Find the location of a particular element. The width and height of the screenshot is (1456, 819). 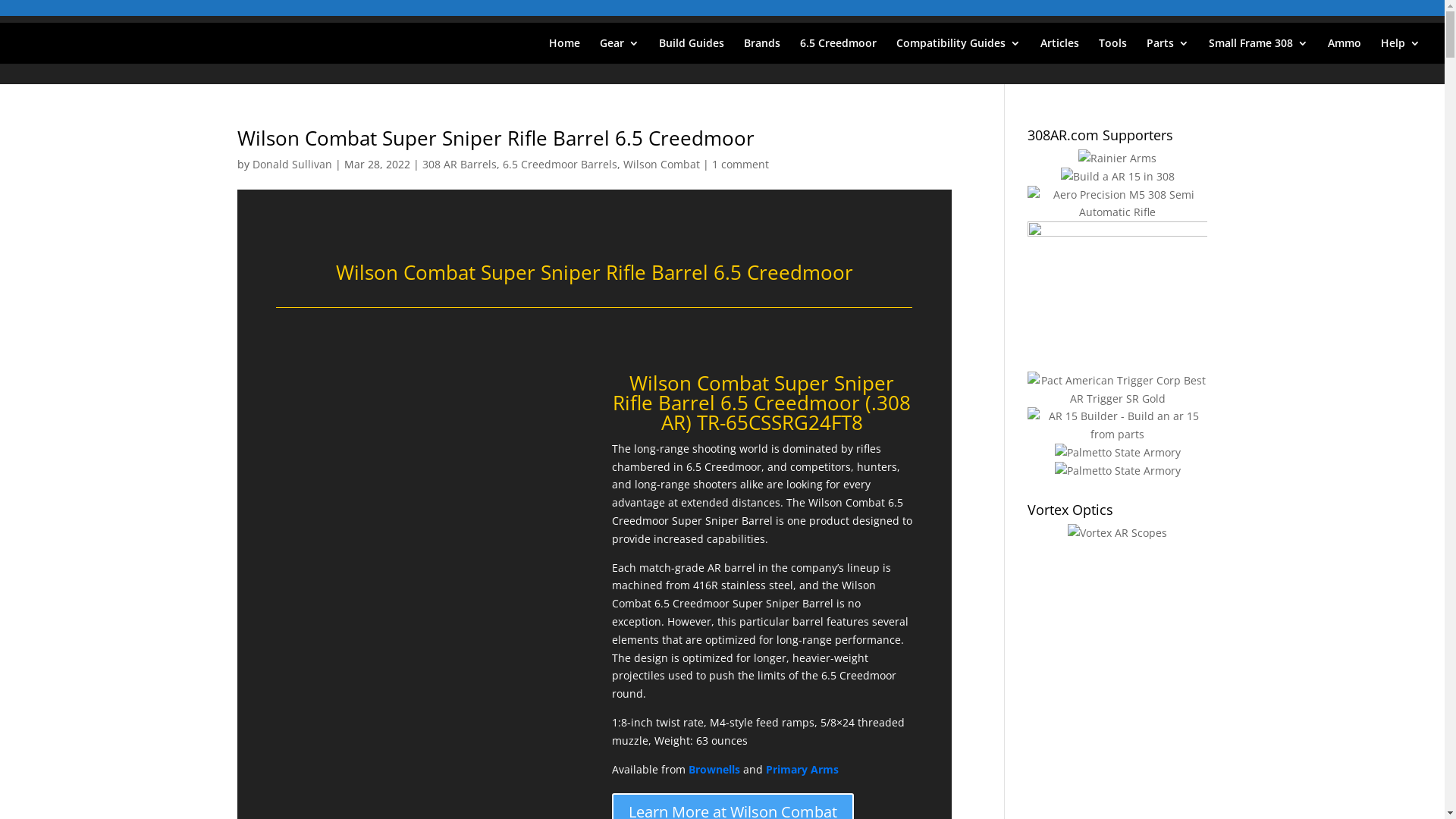

'Donald Sullivan' is located at coordinates (291, 164).